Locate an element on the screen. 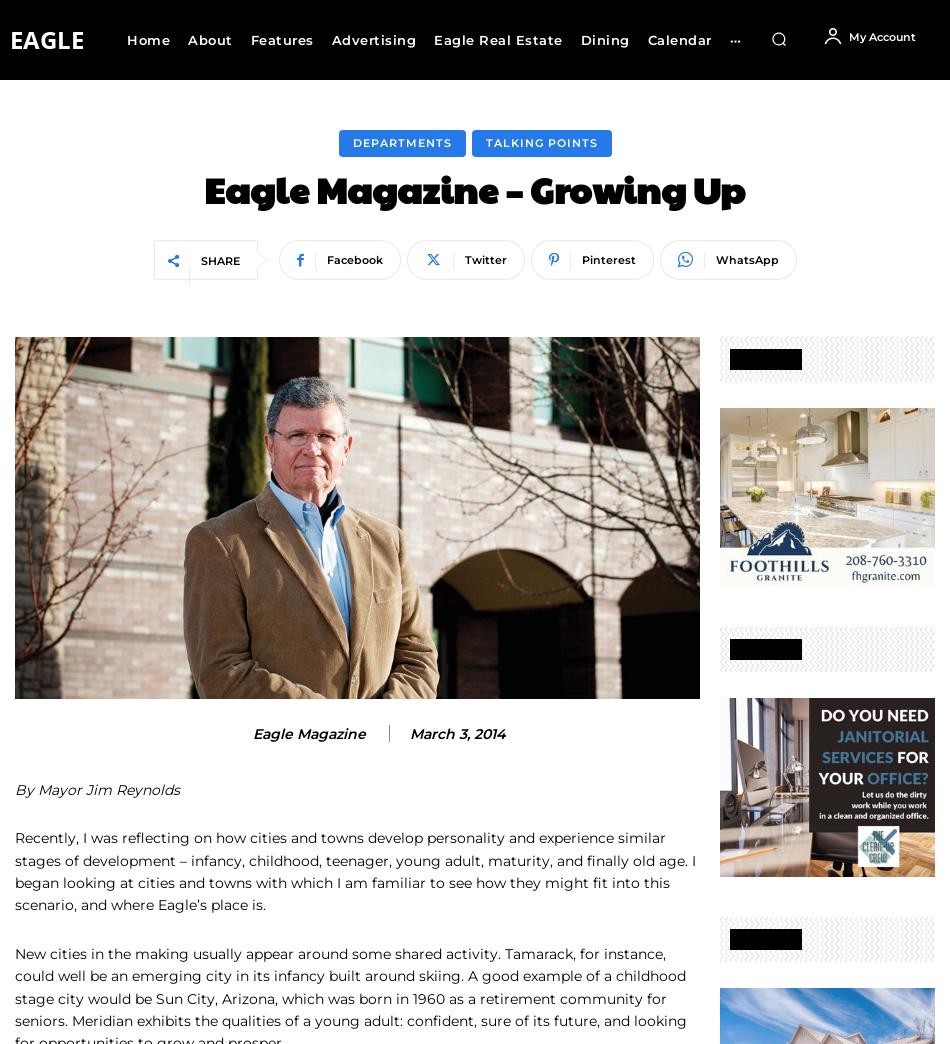  'Features' is located at coordinates (280, 38).